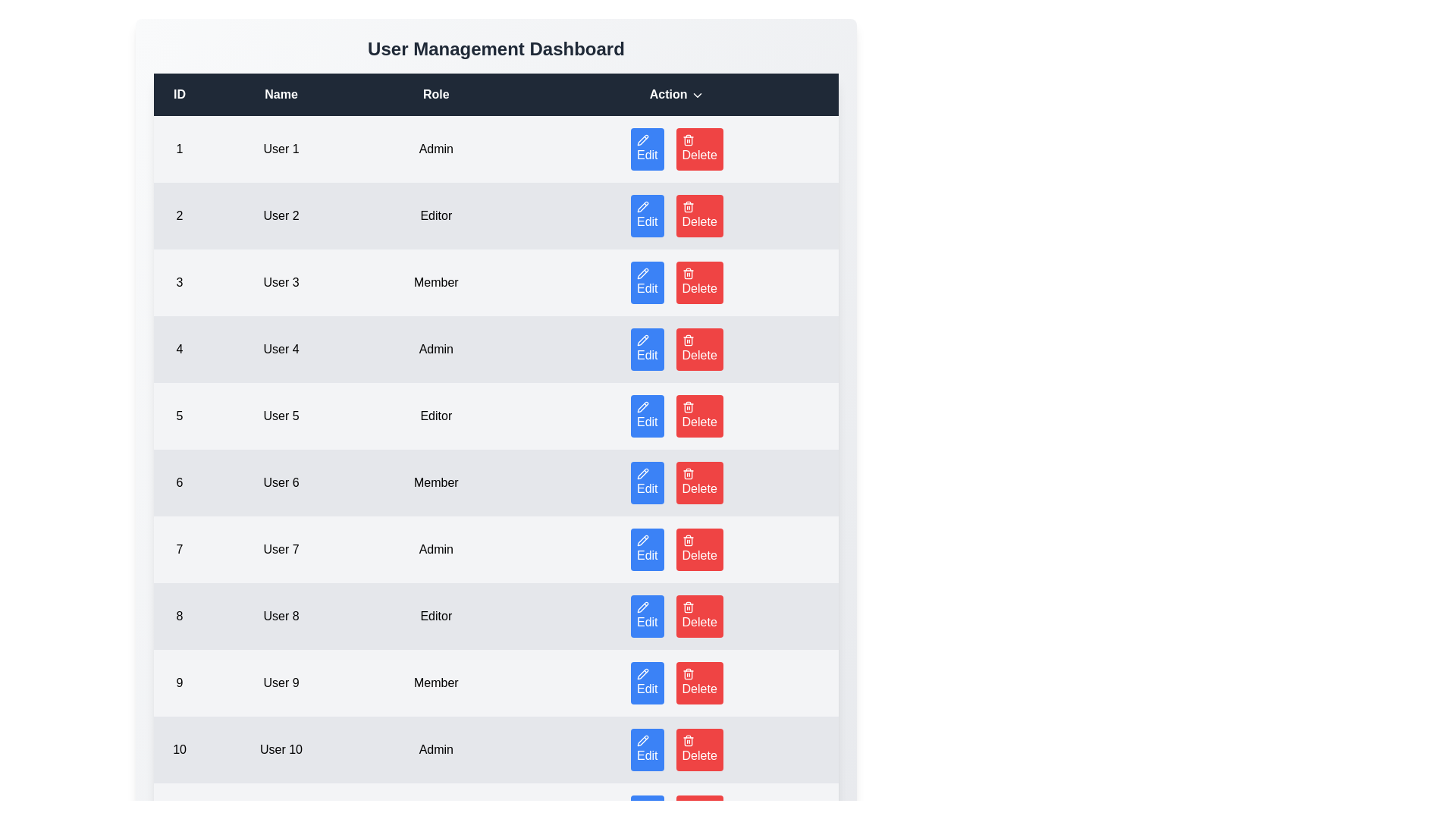 This screenshot has width=1456, height=819. Describe the element at coordinates (676, 94) in the screenshot. I see `the 'Action' column header to sort the table` at that location.